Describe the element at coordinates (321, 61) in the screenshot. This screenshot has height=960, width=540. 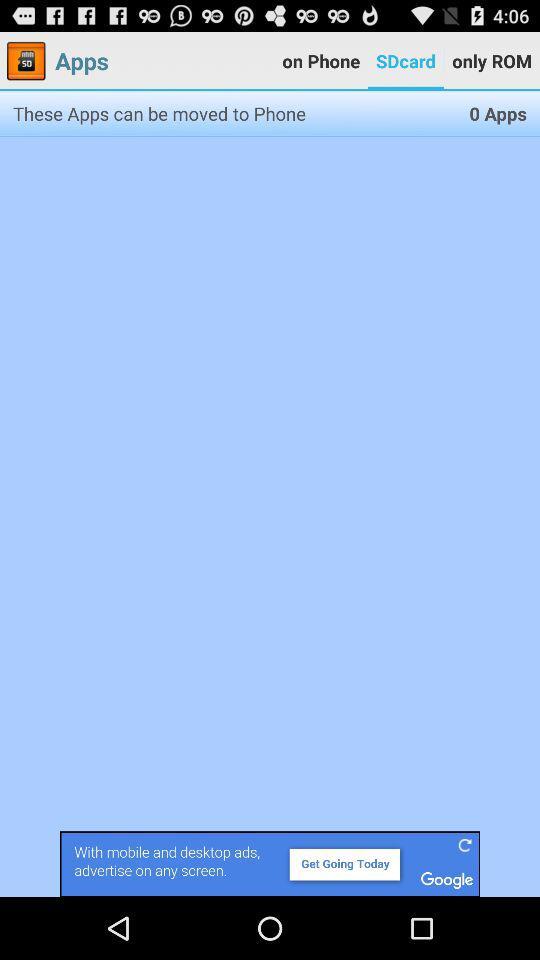
I see `on phone next to sdcard` at that location.